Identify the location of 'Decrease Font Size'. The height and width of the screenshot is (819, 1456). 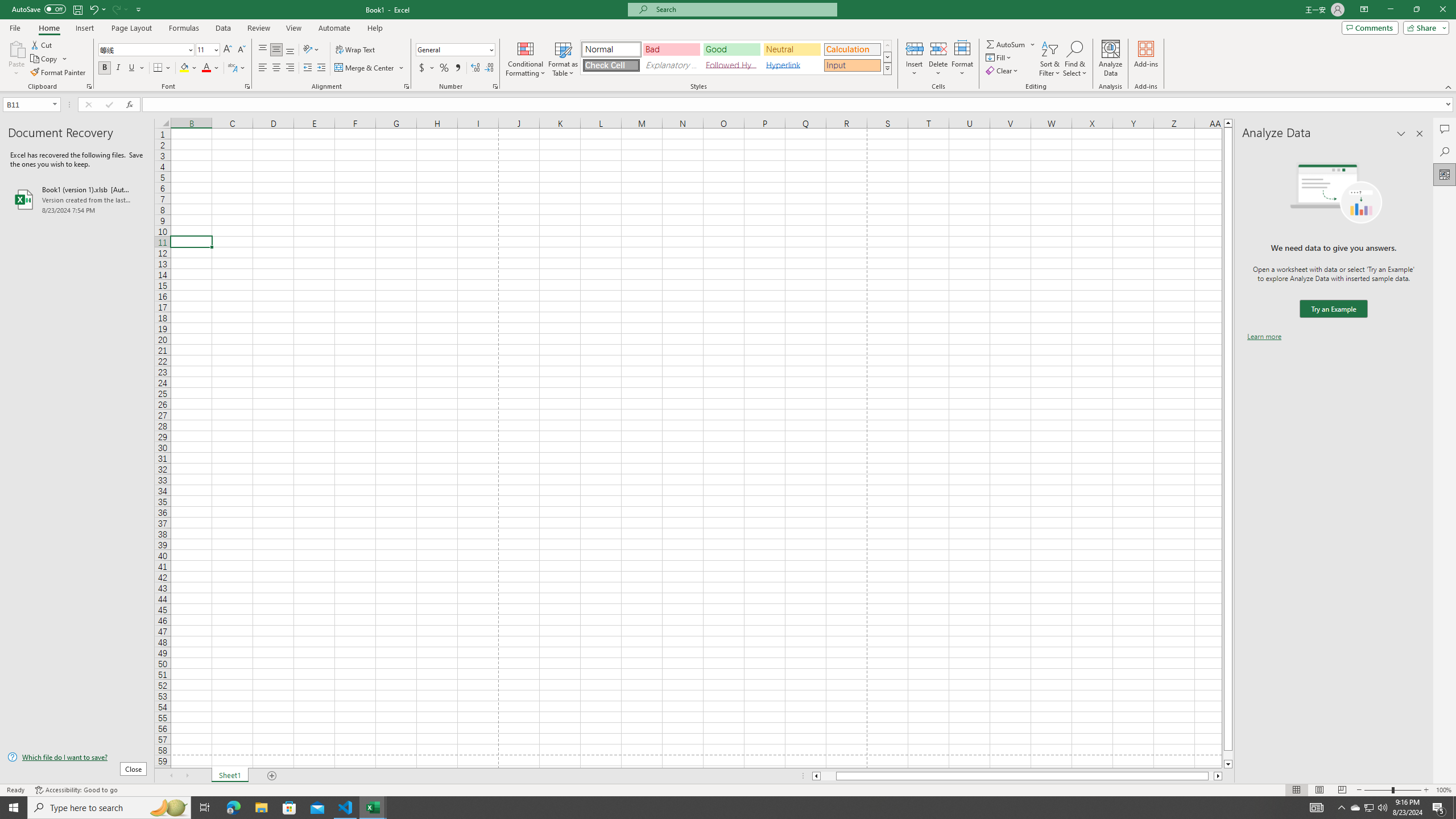
(241, 49).